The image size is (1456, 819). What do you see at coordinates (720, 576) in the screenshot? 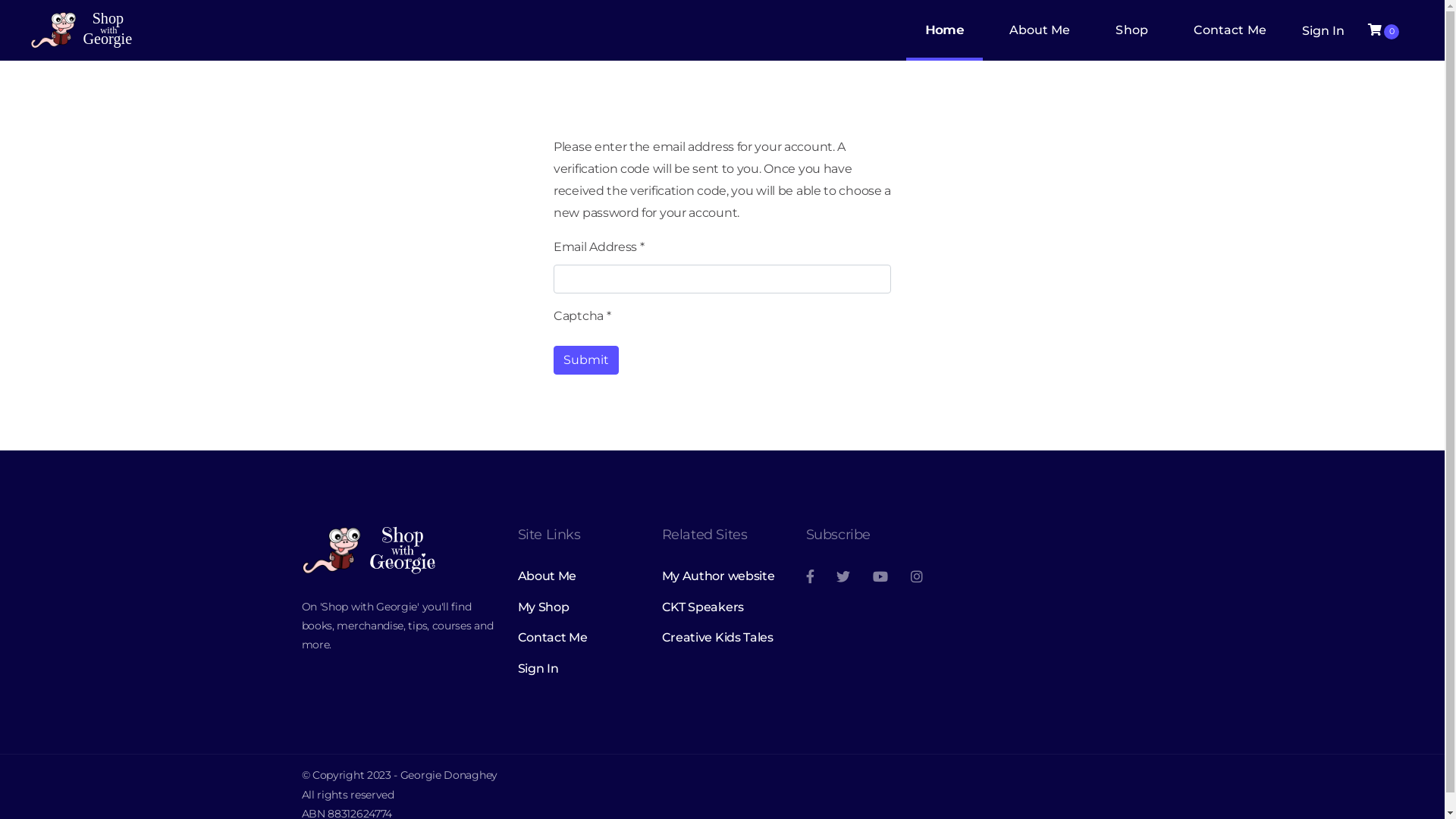
I see `'My Author website'` at bounding box center [720, 576].